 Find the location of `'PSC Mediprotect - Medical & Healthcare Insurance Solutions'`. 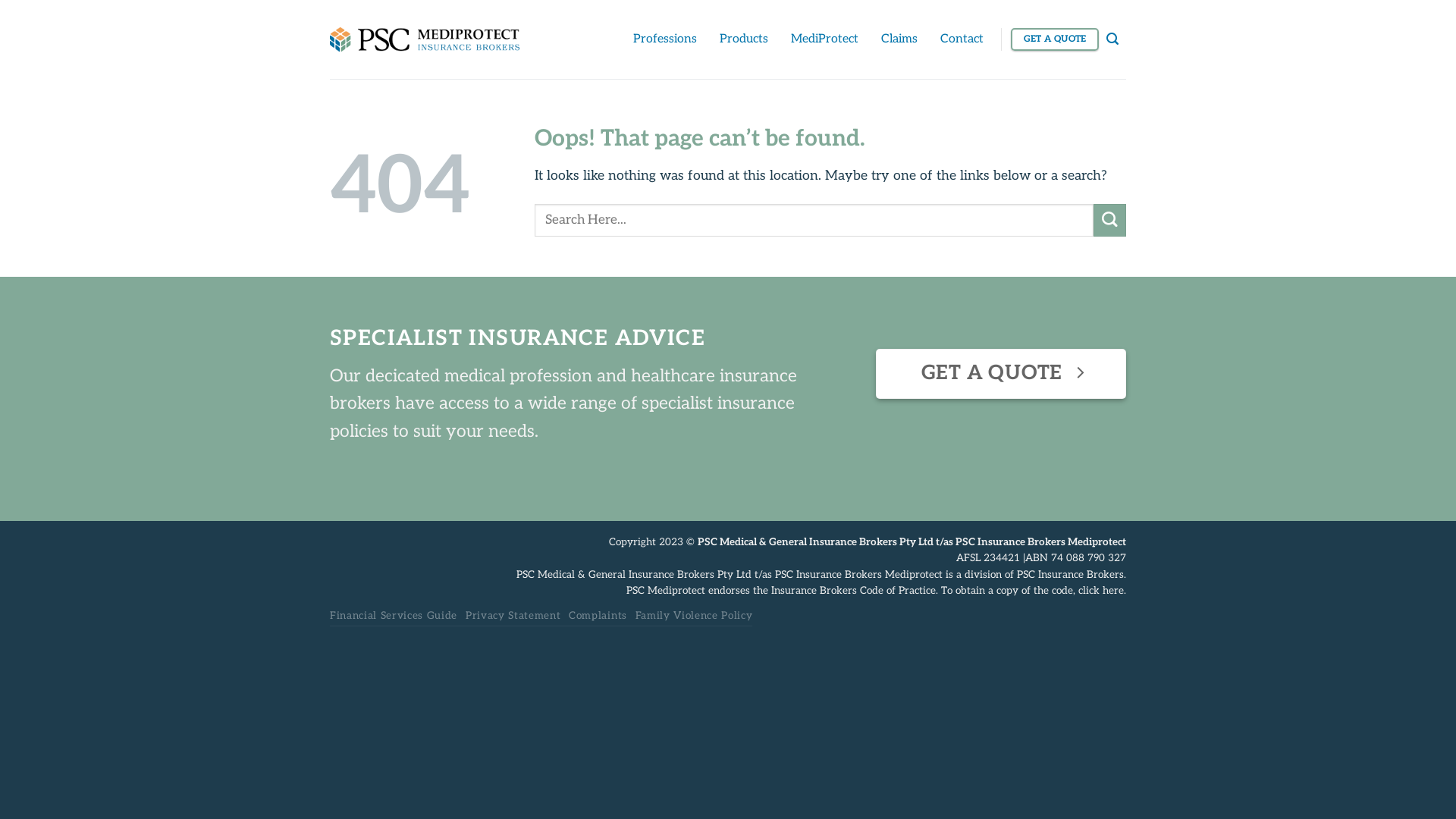

'PSC Mediprotect - Medical & Healthcare Insurance Solutions' is located at coordinates (425, 38).